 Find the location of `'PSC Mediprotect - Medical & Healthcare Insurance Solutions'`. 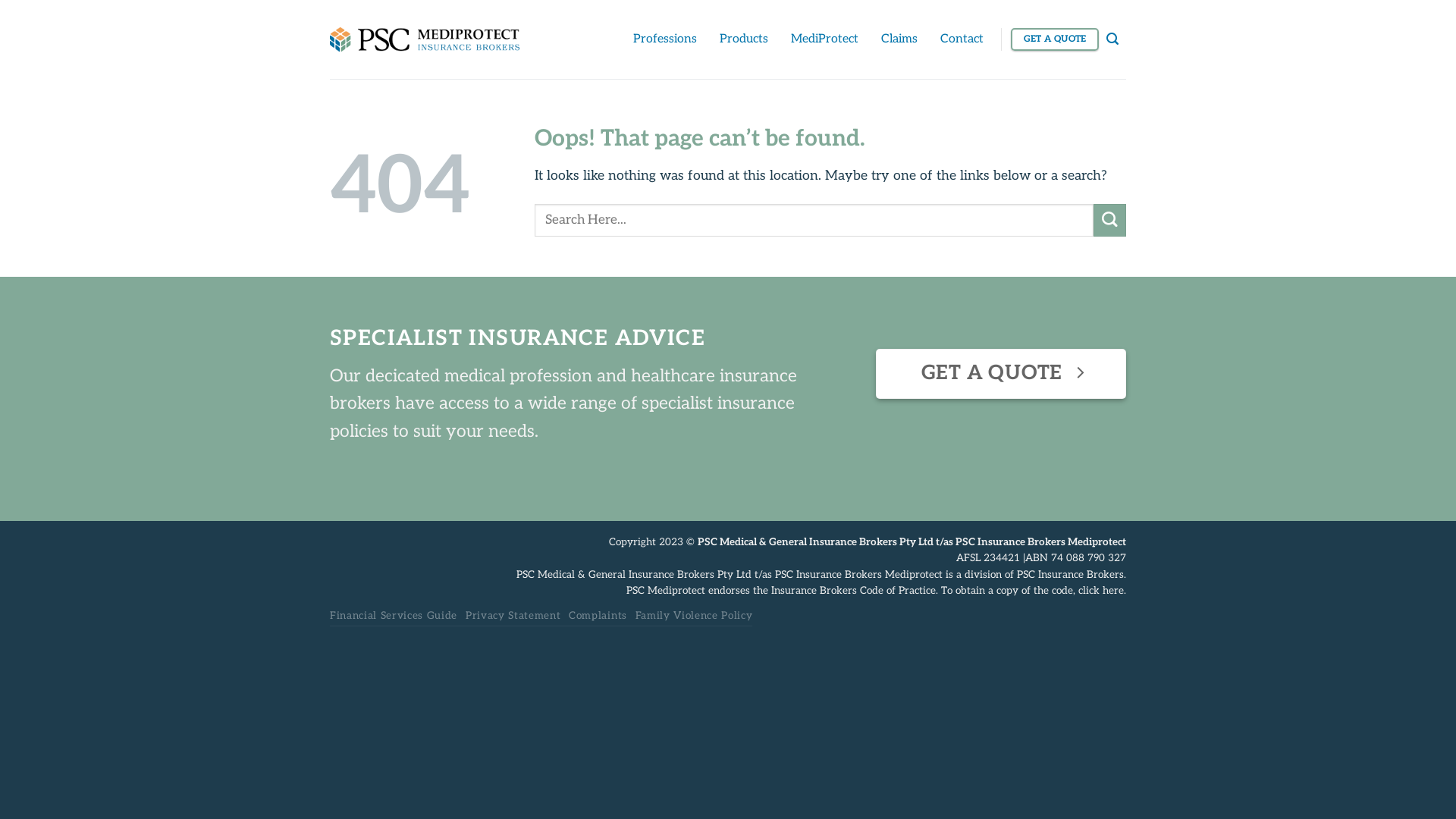

'PSC Mediprotect - Medical & Healthcare Insurance Solutions' is located at coordinates (425, 38).